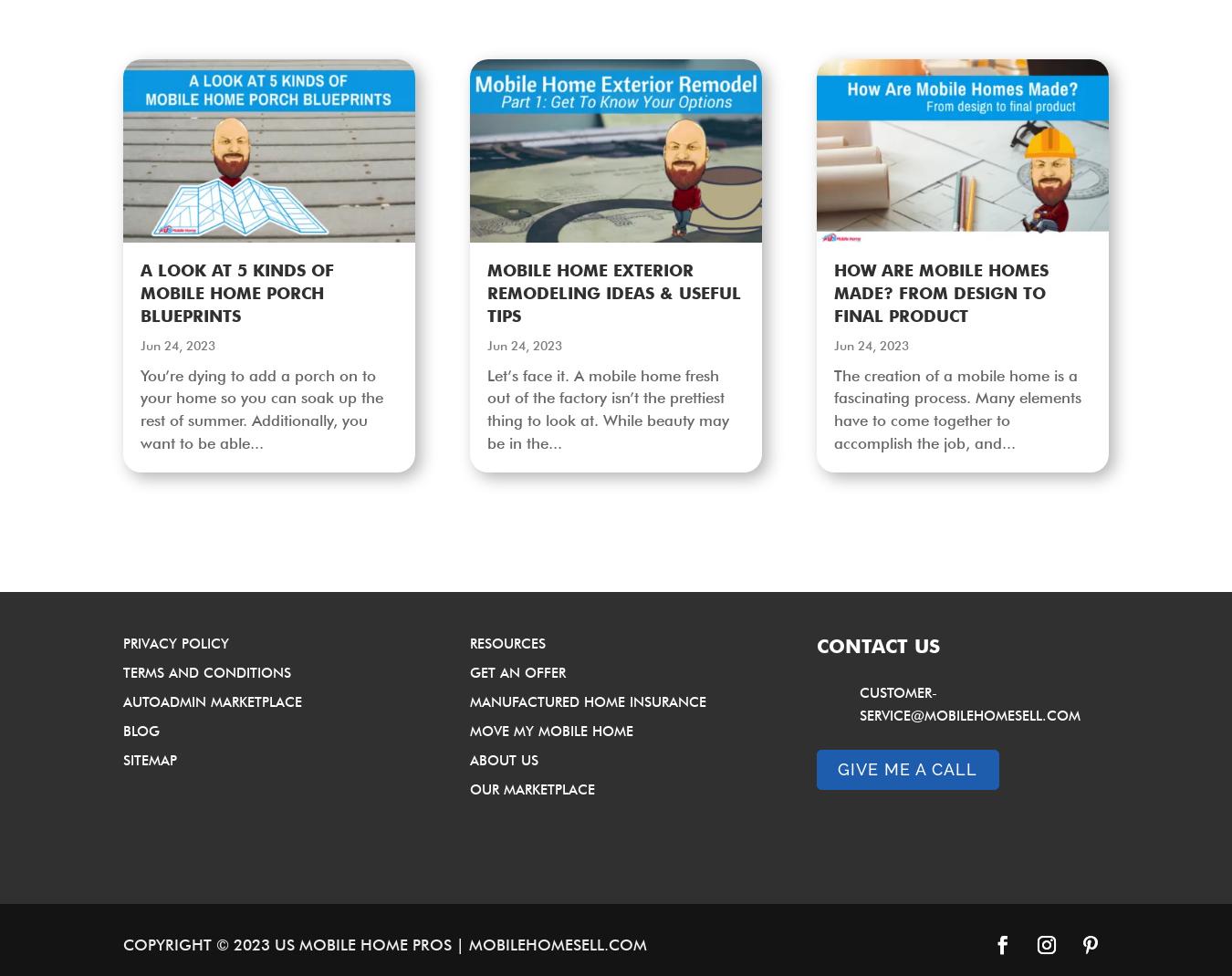  Describe the element at coordinates (506, 643) in the screenshot. I see `'Resources'` at that location.